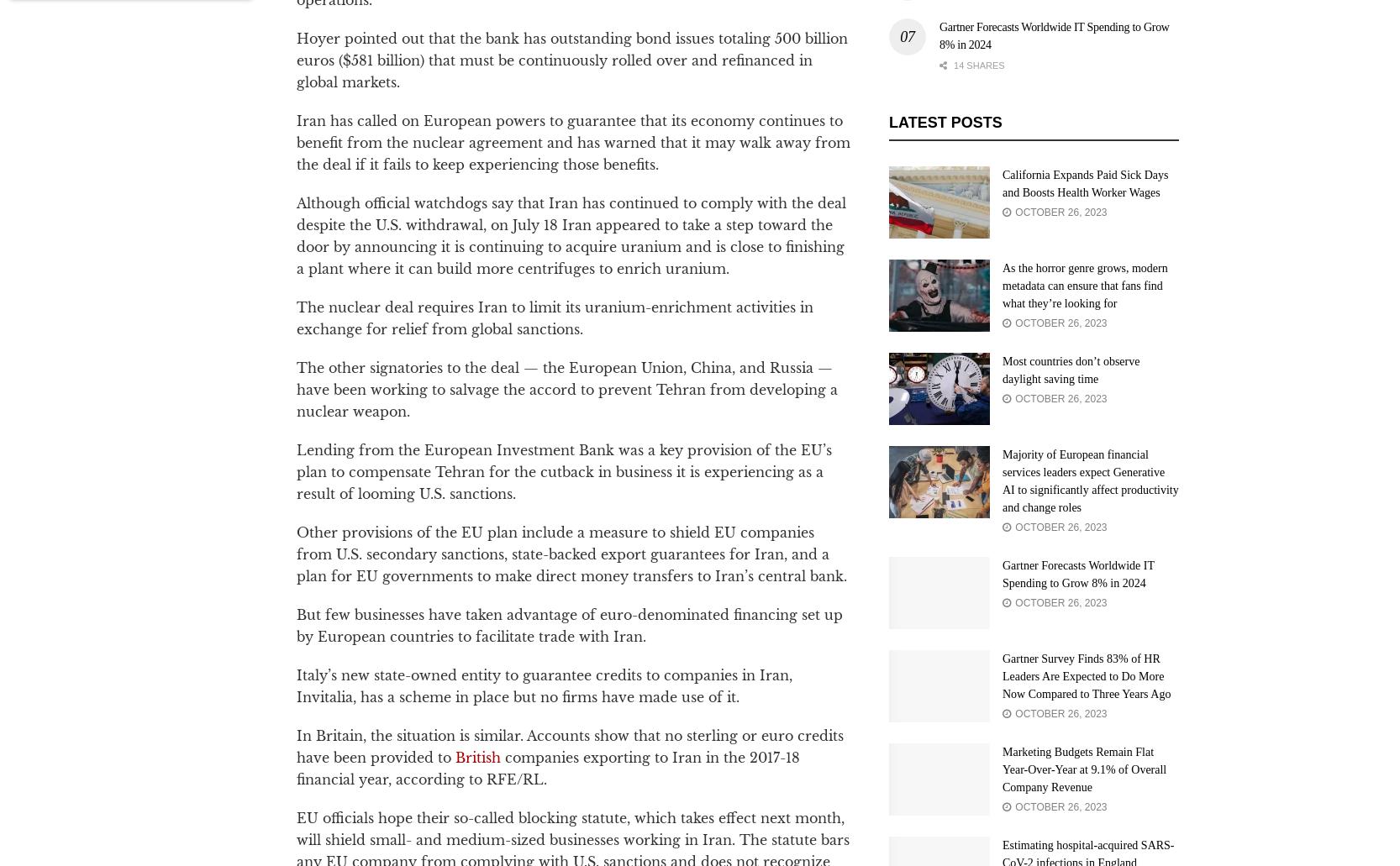 The width and height of the screenshot is (1400, 866). I want to click on 'British', so click(476, 756).